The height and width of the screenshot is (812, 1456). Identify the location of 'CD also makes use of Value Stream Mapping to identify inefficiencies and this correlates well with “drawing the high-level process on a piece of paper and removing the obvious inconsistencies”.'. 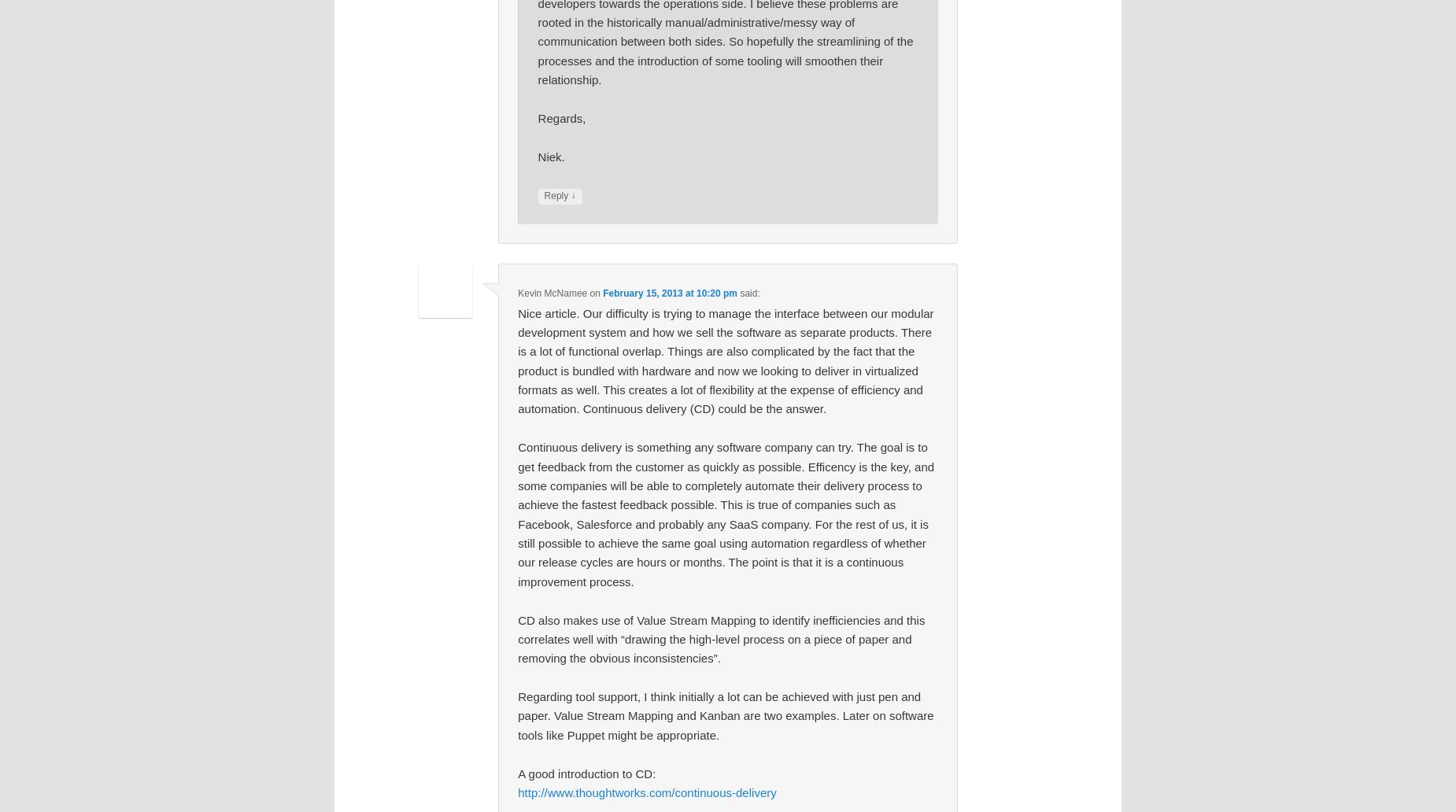
(721, 638).